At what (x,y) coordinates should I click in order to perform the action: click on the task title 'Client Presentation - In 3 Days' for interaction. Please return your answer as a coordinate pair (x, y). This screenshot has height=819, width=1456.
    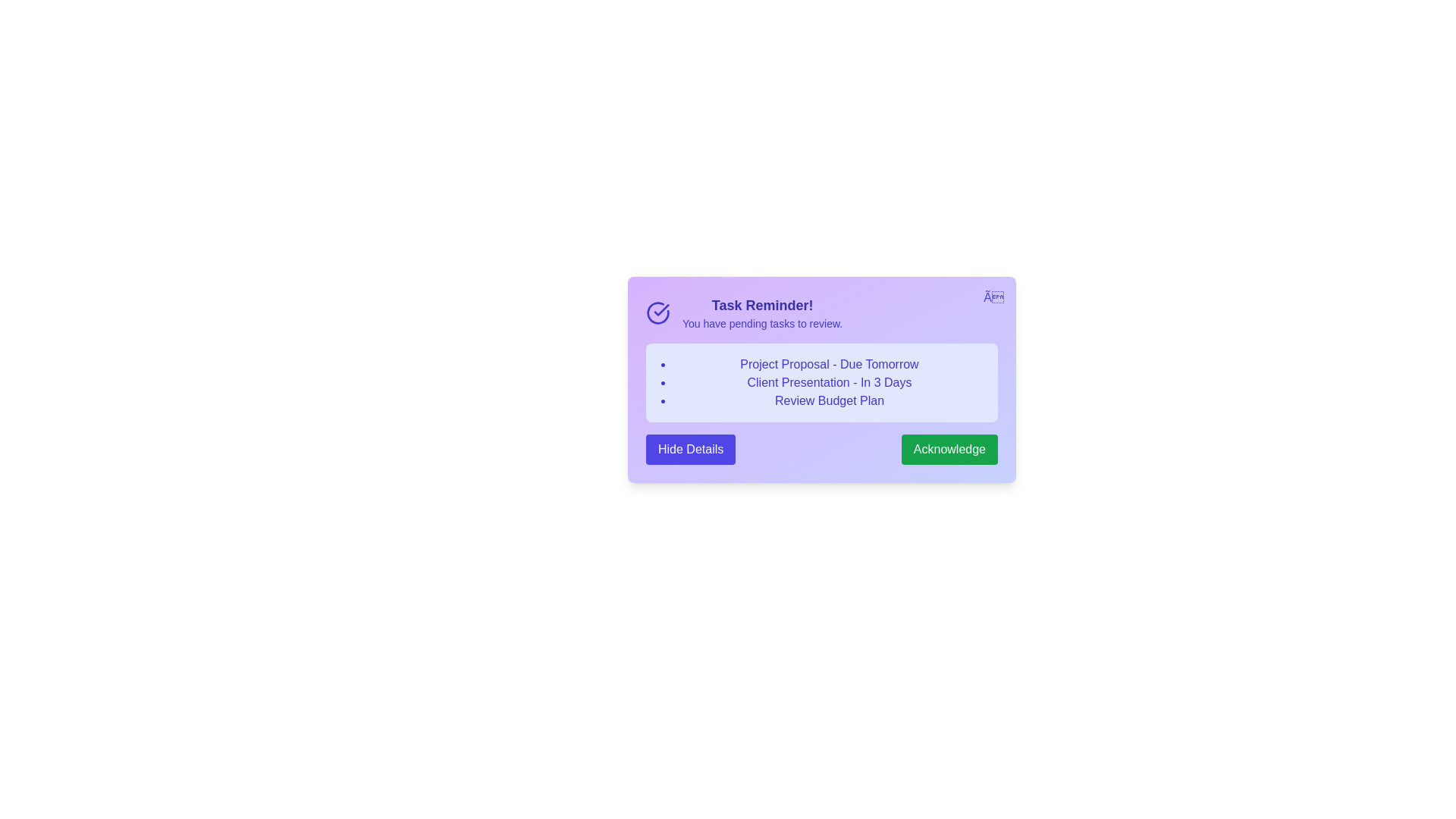
    Looking at the image, I should click on (829, 382).